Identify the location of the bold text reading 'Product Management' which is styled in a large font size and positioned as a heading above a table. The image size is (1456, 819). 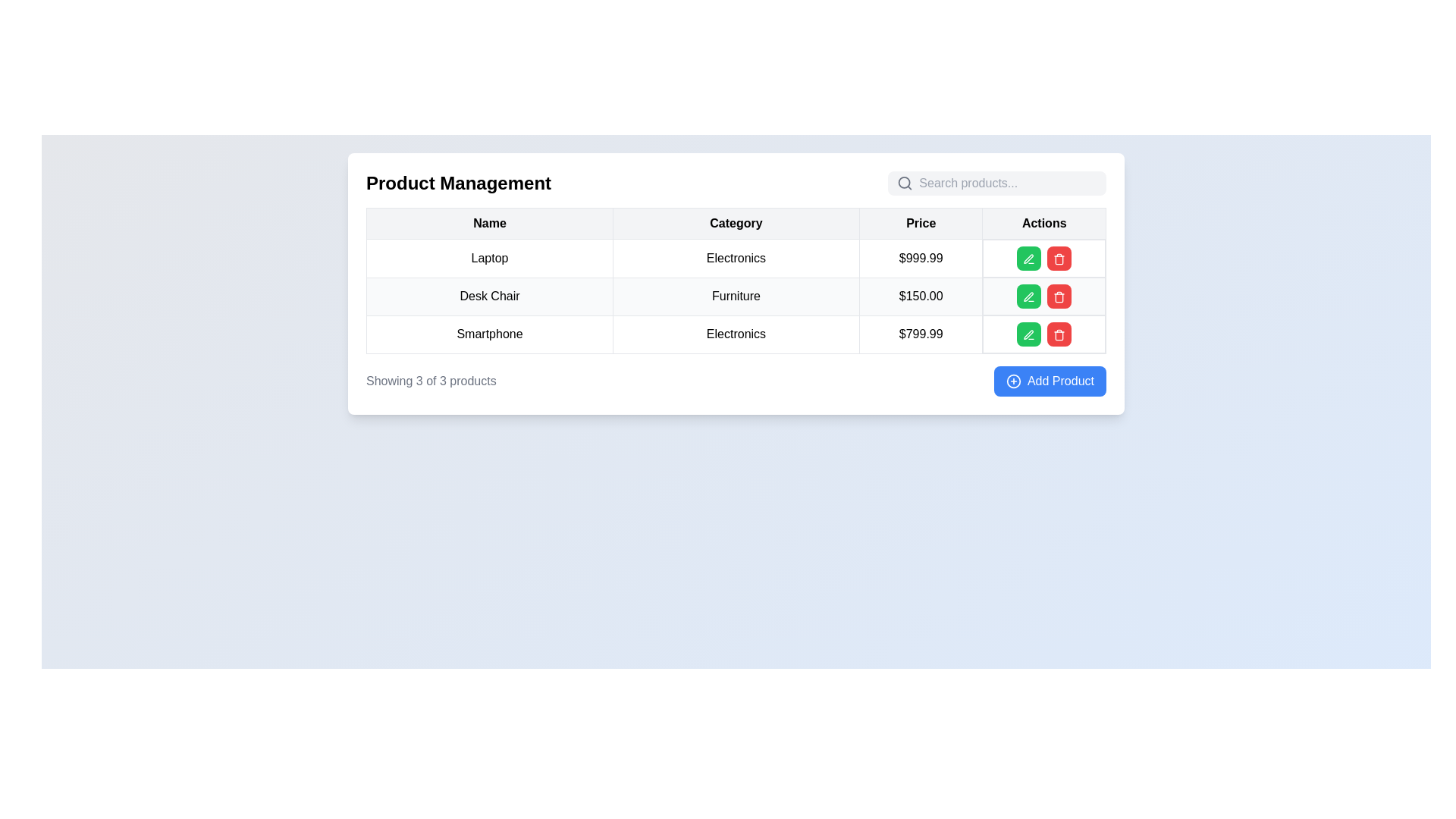
(457, 183).